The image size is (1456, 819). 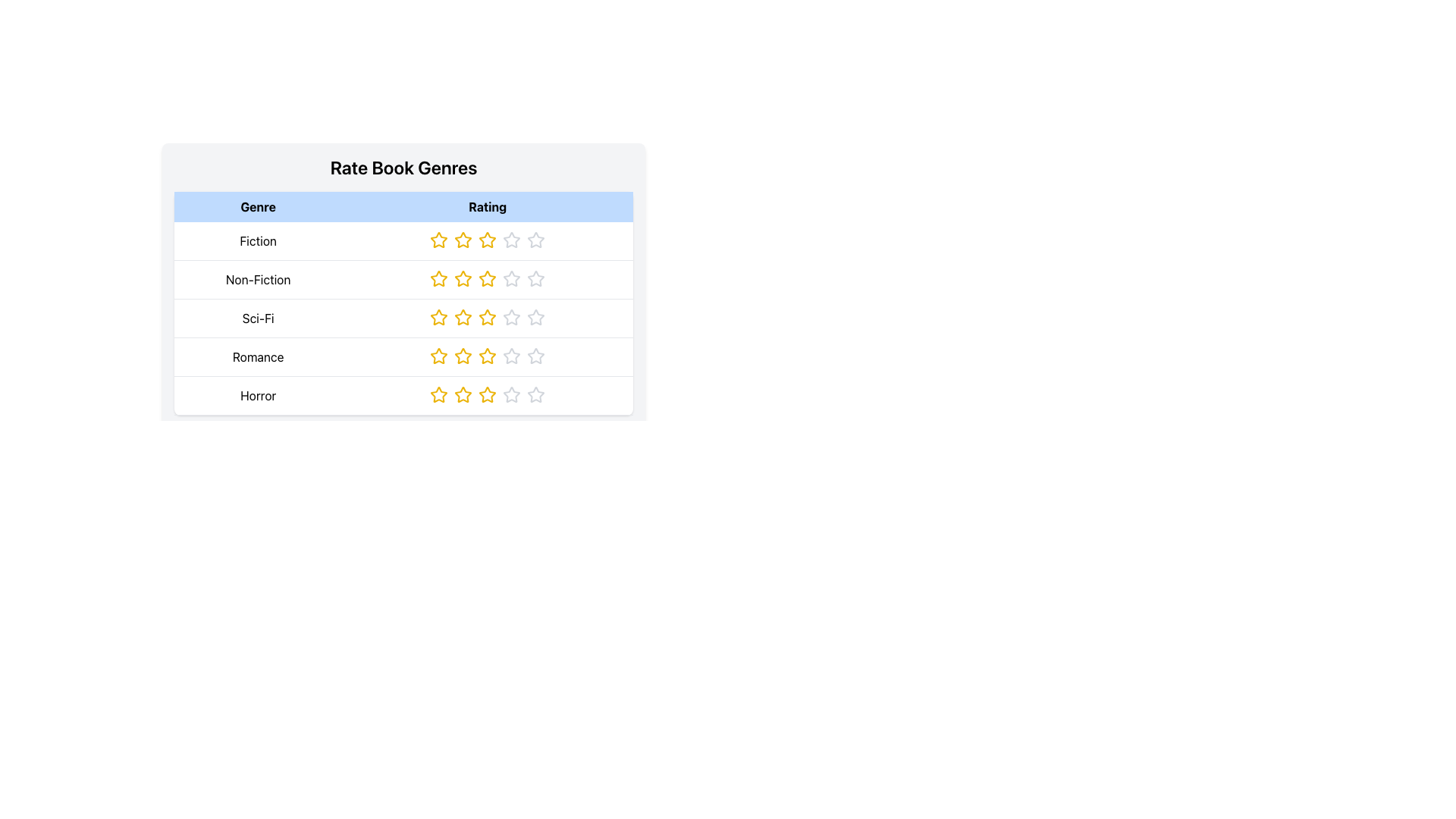 What do you see at coordinates (512, 394) in the screenshot?
I see `the fourth star in the five-star rating for the 'Horror' category` at bounding box center [512, 394].